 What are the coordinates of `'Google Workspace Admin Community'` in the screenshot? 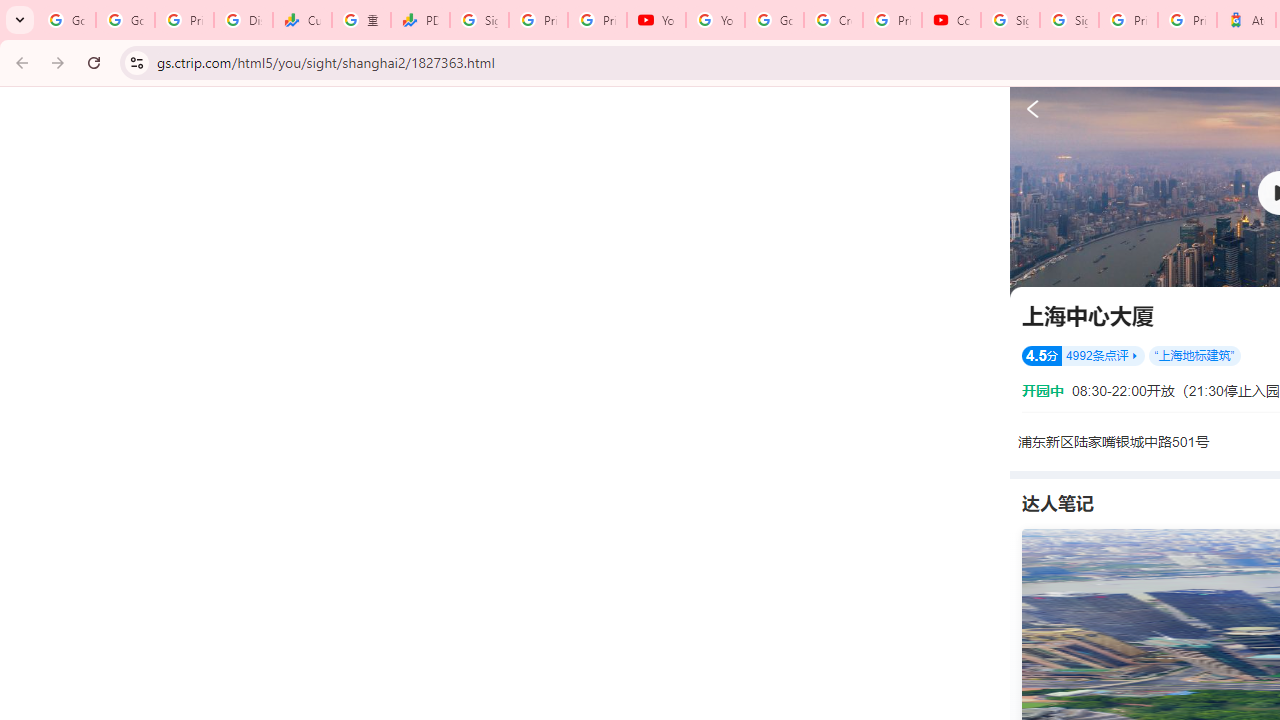 It's located at (66, 20).